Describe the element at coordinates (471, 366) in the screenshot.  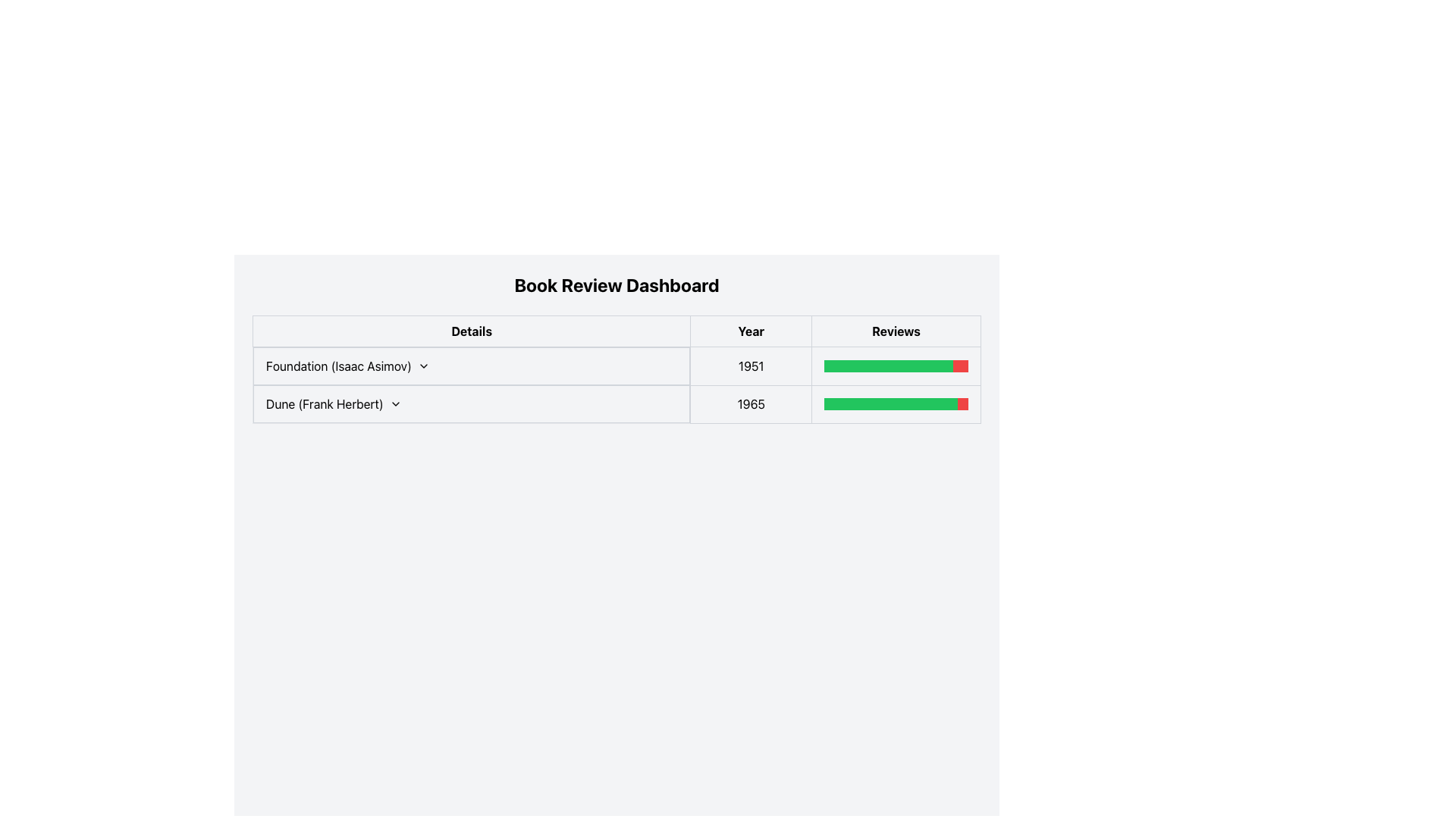
I see `the button labeled 'Foundation (Isaac Asimov)'` at that location.